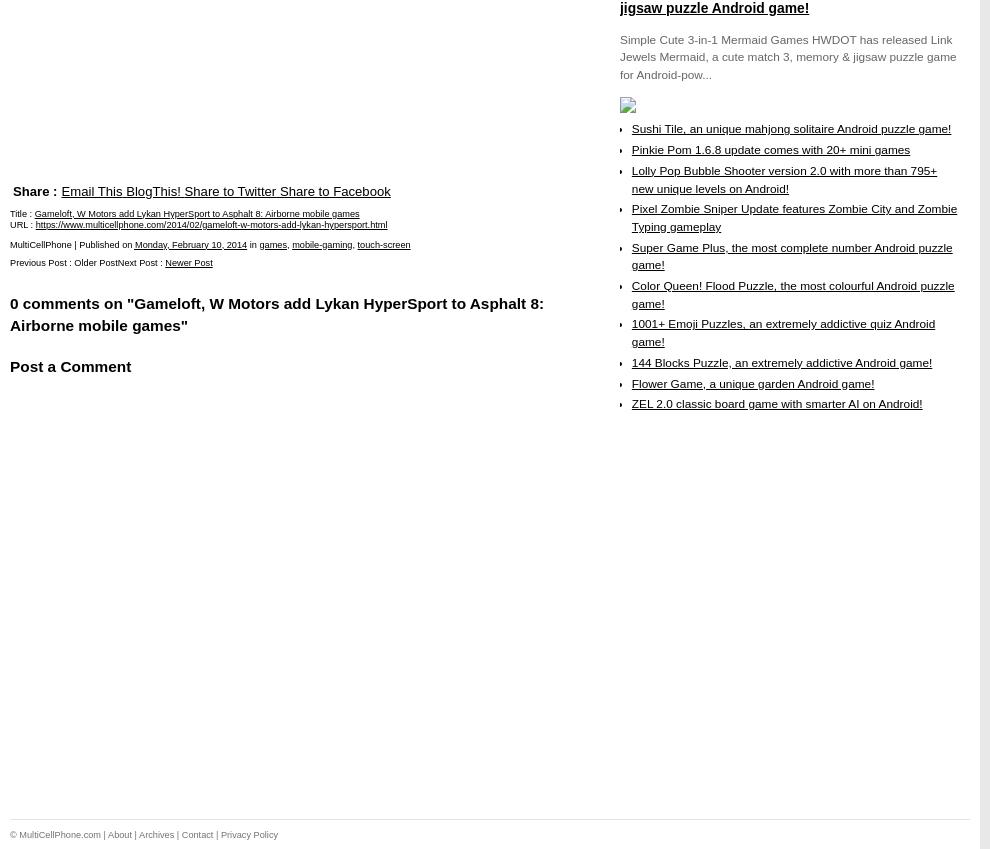 The height and width of the screenshot is (849, 990). Describe the element at coordinates (333, 189) in the screenshot. I see `'Share to Facebook'` at that location.